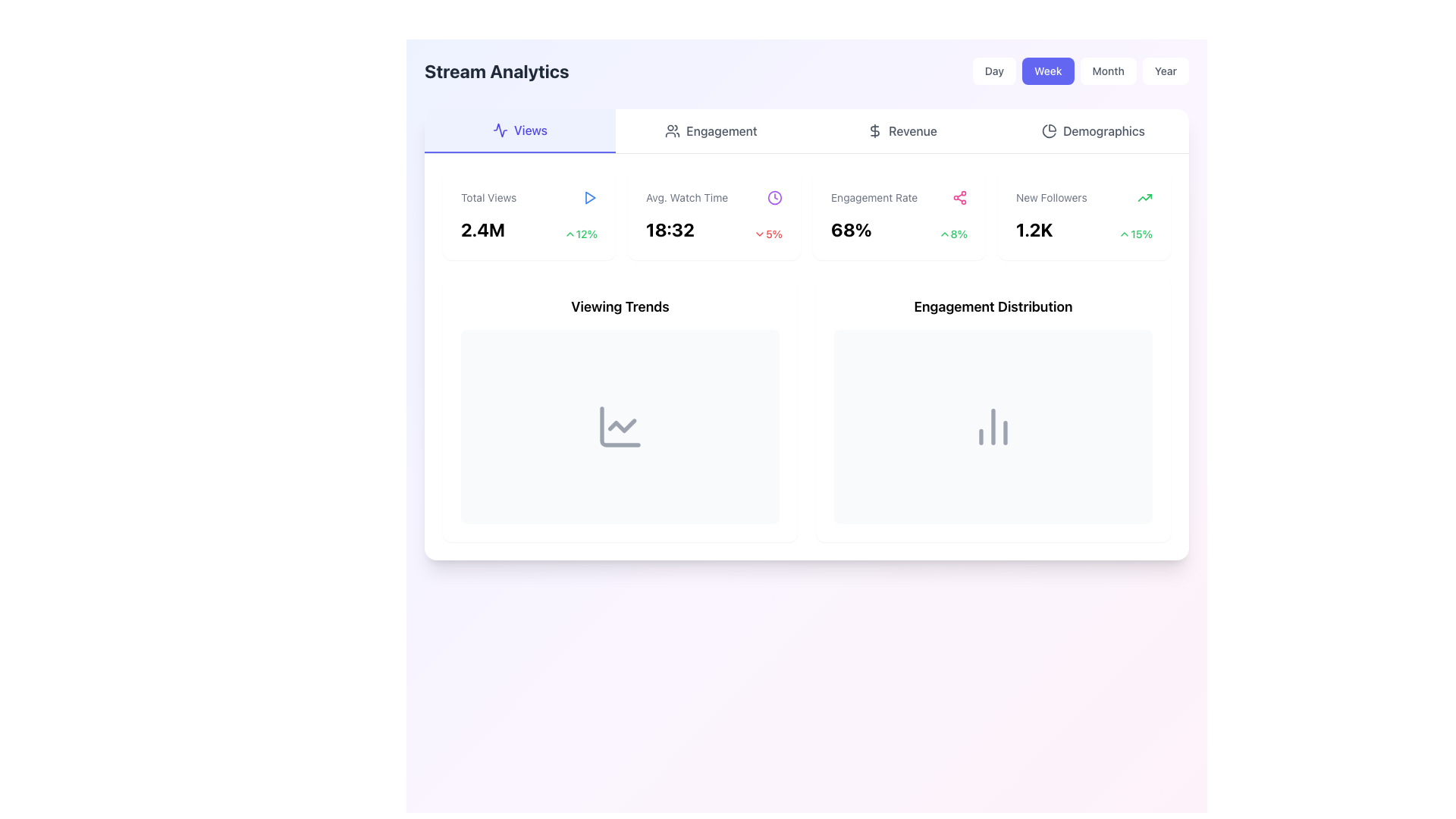  Describe the element at coordinates (1103, 130) in the screenshot. I see `the navigation label located on the right side of the top navigation bar, next to a pie chart icon` at that location.